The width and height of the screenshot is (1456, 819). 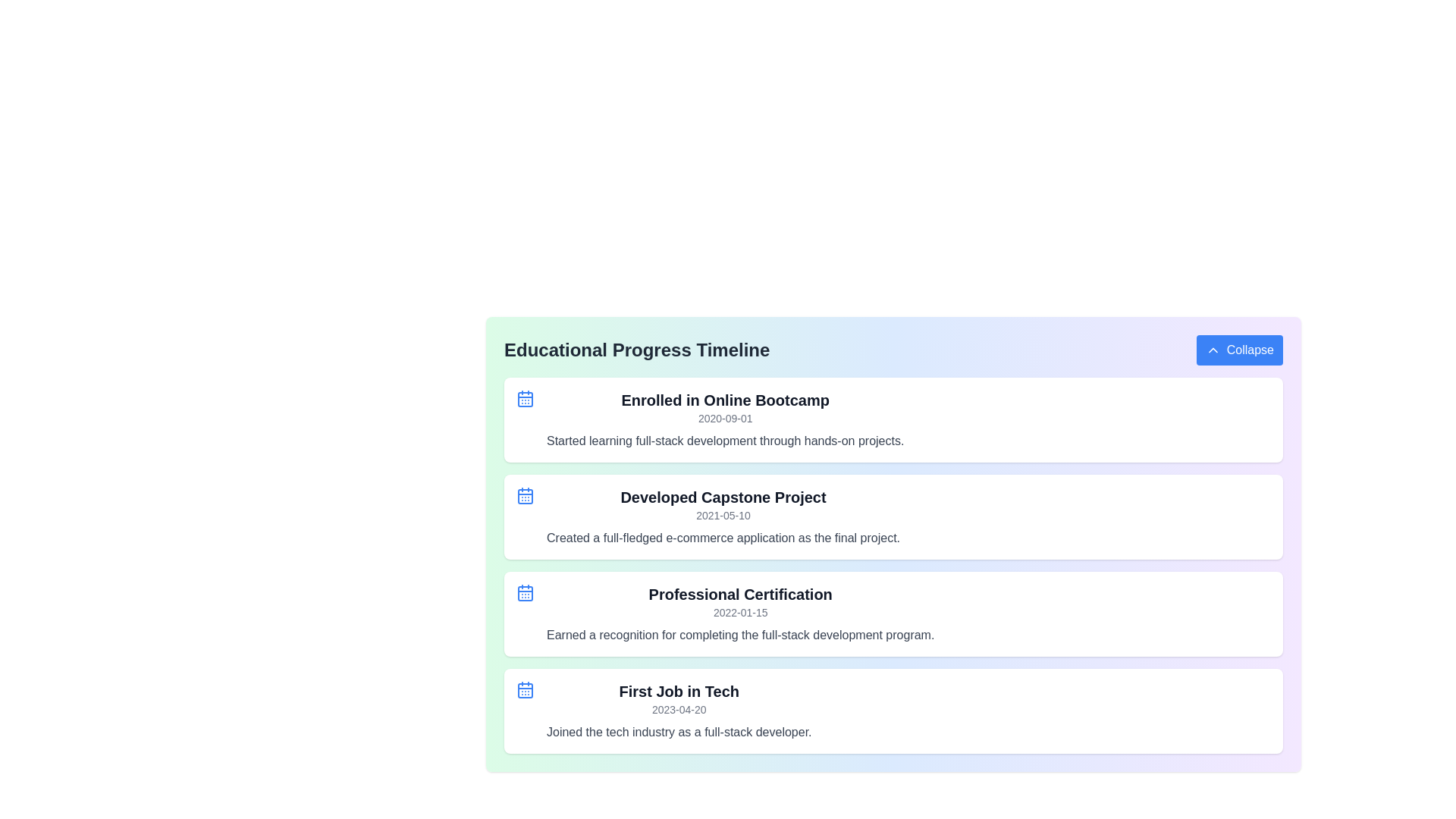 What do you see at coordinates (740, 635) in the screenshot?
I see `the text label that reads 'Earned a recognition for completing the full-stack development program.' which is part of the educational achievement timeline under the 'Professional Certification' section` at bounding box center [740, 635].